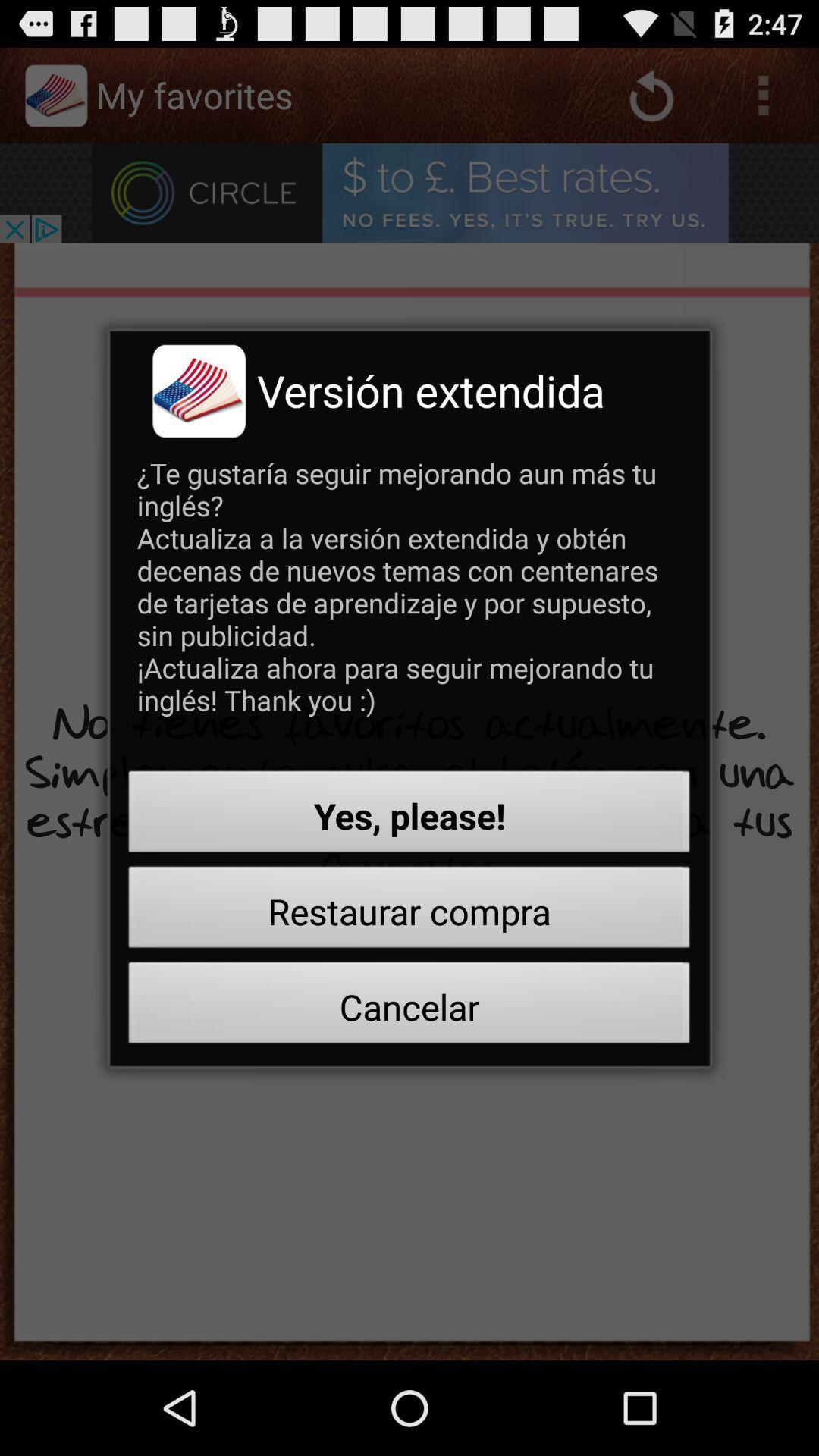 The height and width of the screenshot is (1456, 819). What do you see at coordinates (409, 815) in the screenshot?
I see `button above restaurar compra icon` at bounding box center [409, 815].